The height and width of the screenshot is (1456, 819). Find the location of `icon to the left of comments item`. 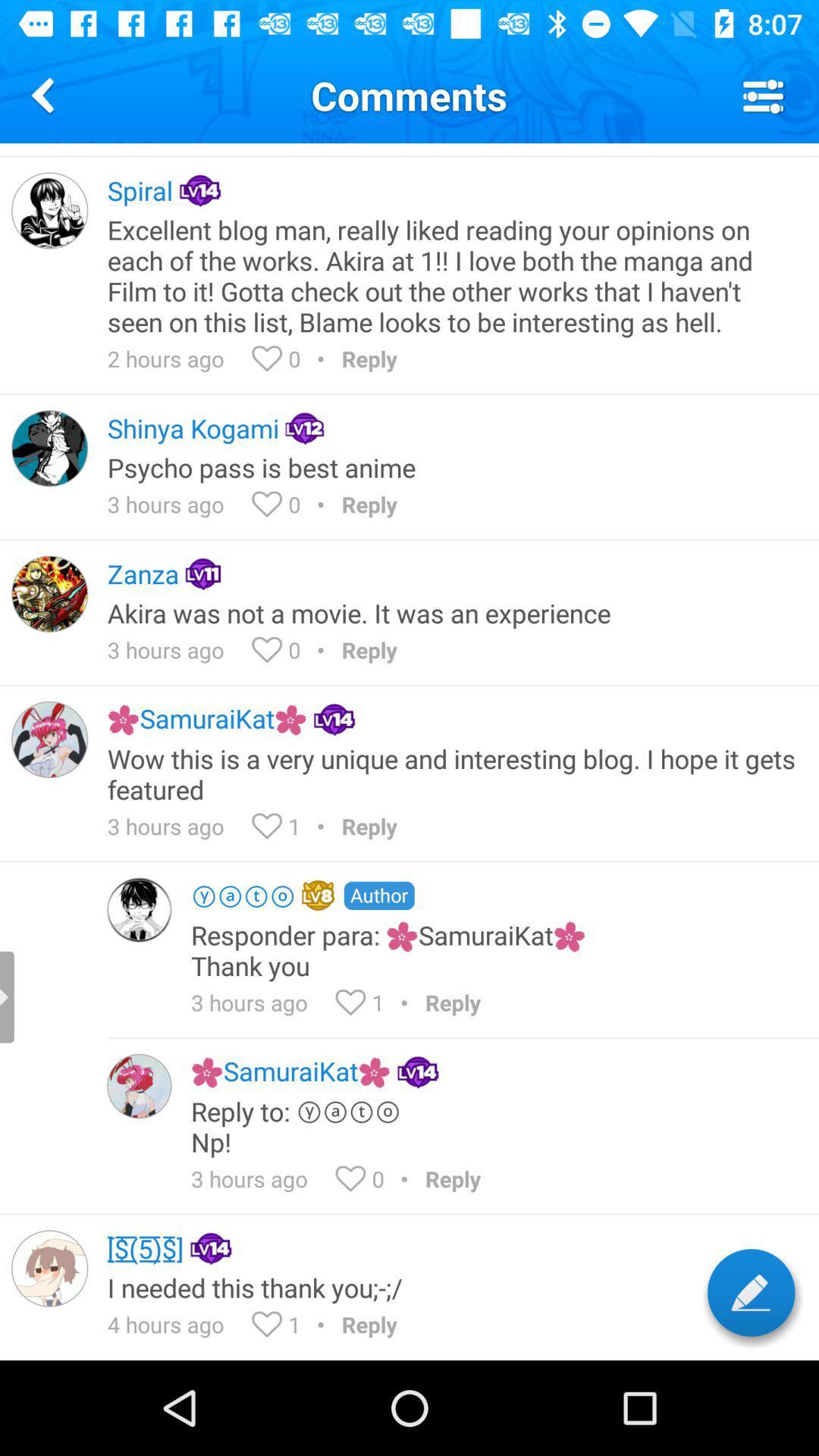

icon to the left of comments item is located at coordinates (45, 94).